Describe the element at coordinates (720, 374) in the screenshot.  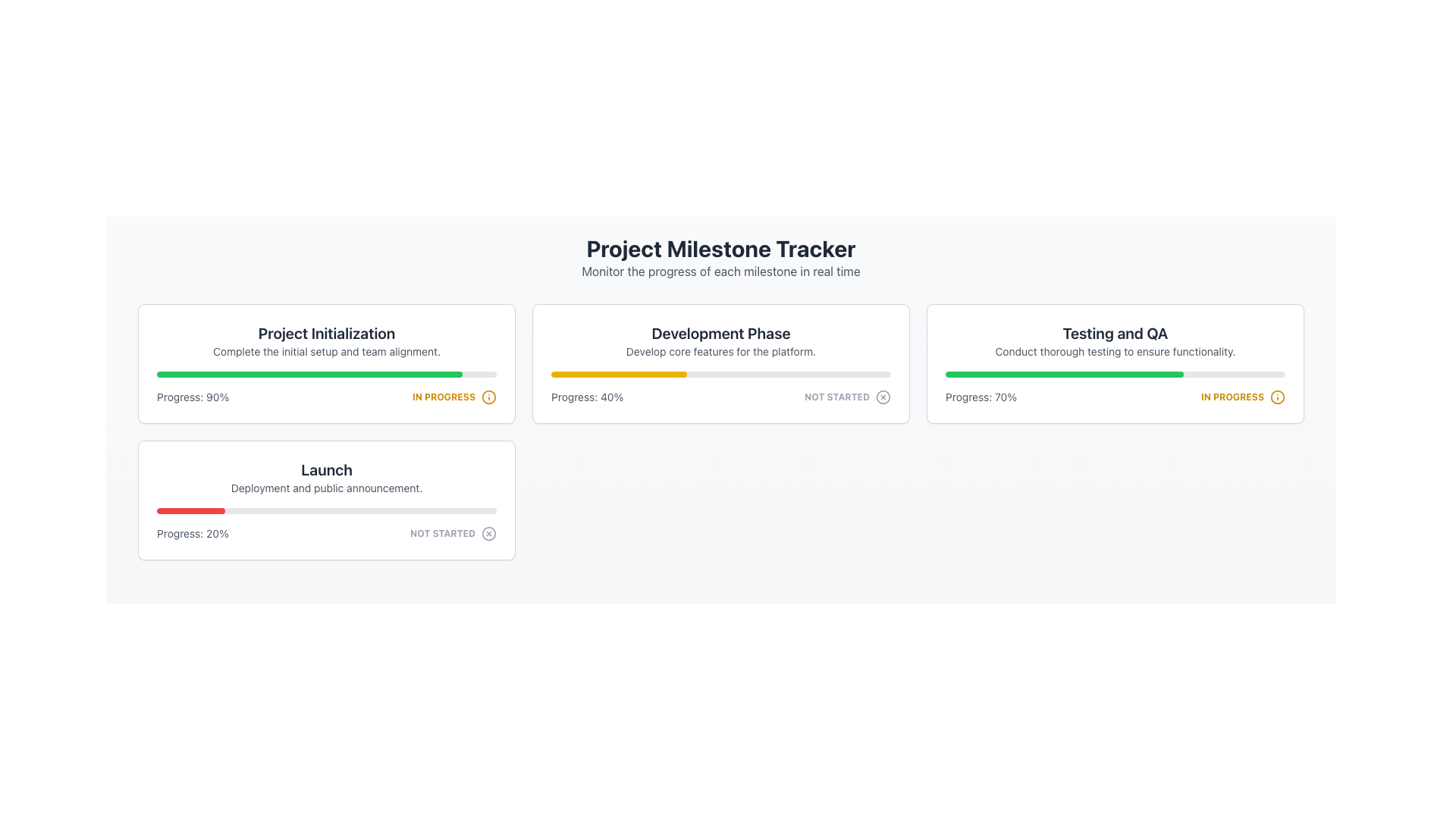
I see `the horizontal progress bar located in the 'Development Phase' card` at that location.